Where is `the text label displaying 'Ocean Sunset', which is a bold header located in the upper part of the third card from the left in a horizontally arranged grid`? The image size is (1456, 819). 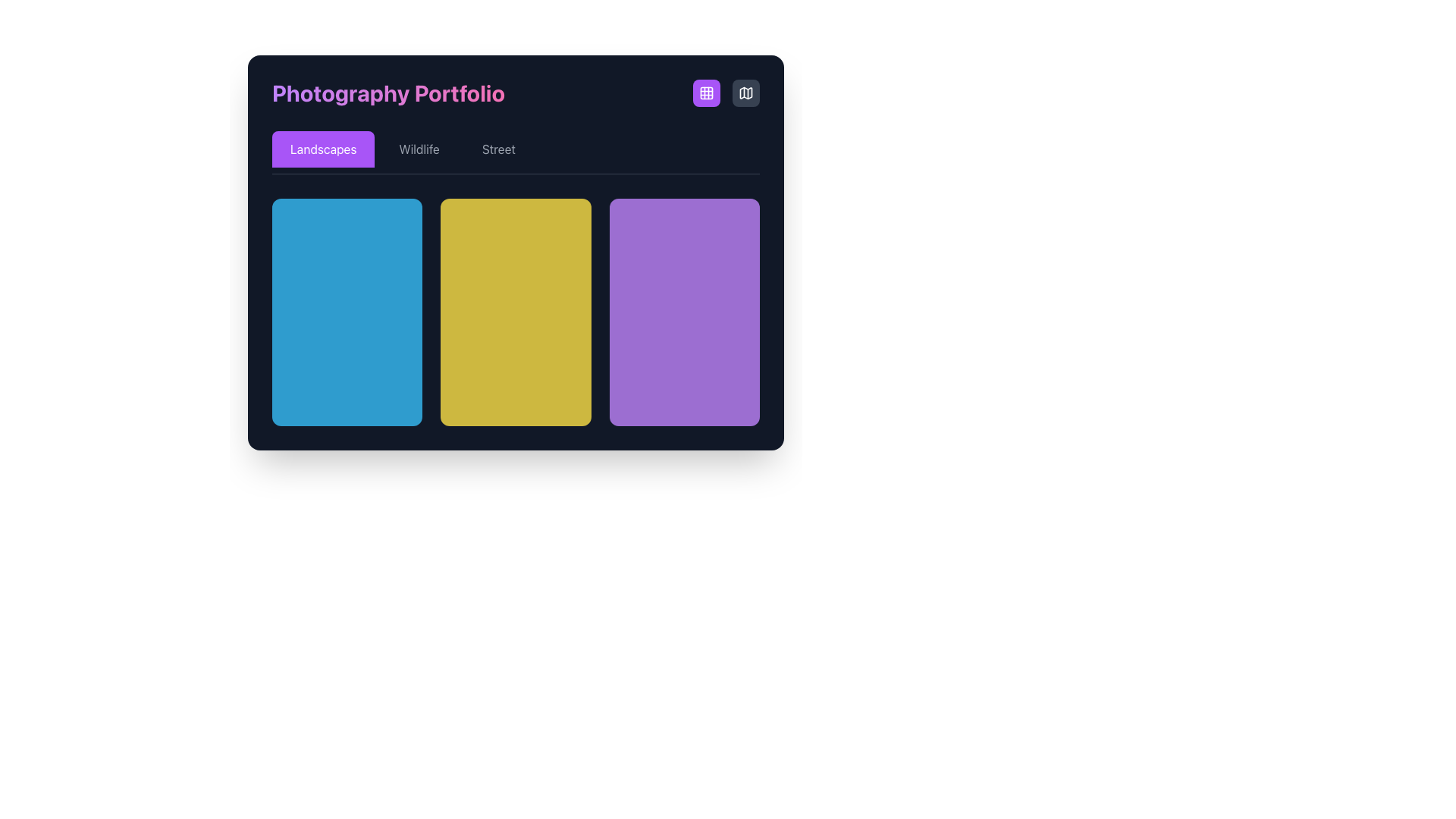
the text label displaying 'Ocean Sunset', which is a bold header located in the upper part of the third card from the left in a horizontally arranged grid is located at coordinates (660, 231).